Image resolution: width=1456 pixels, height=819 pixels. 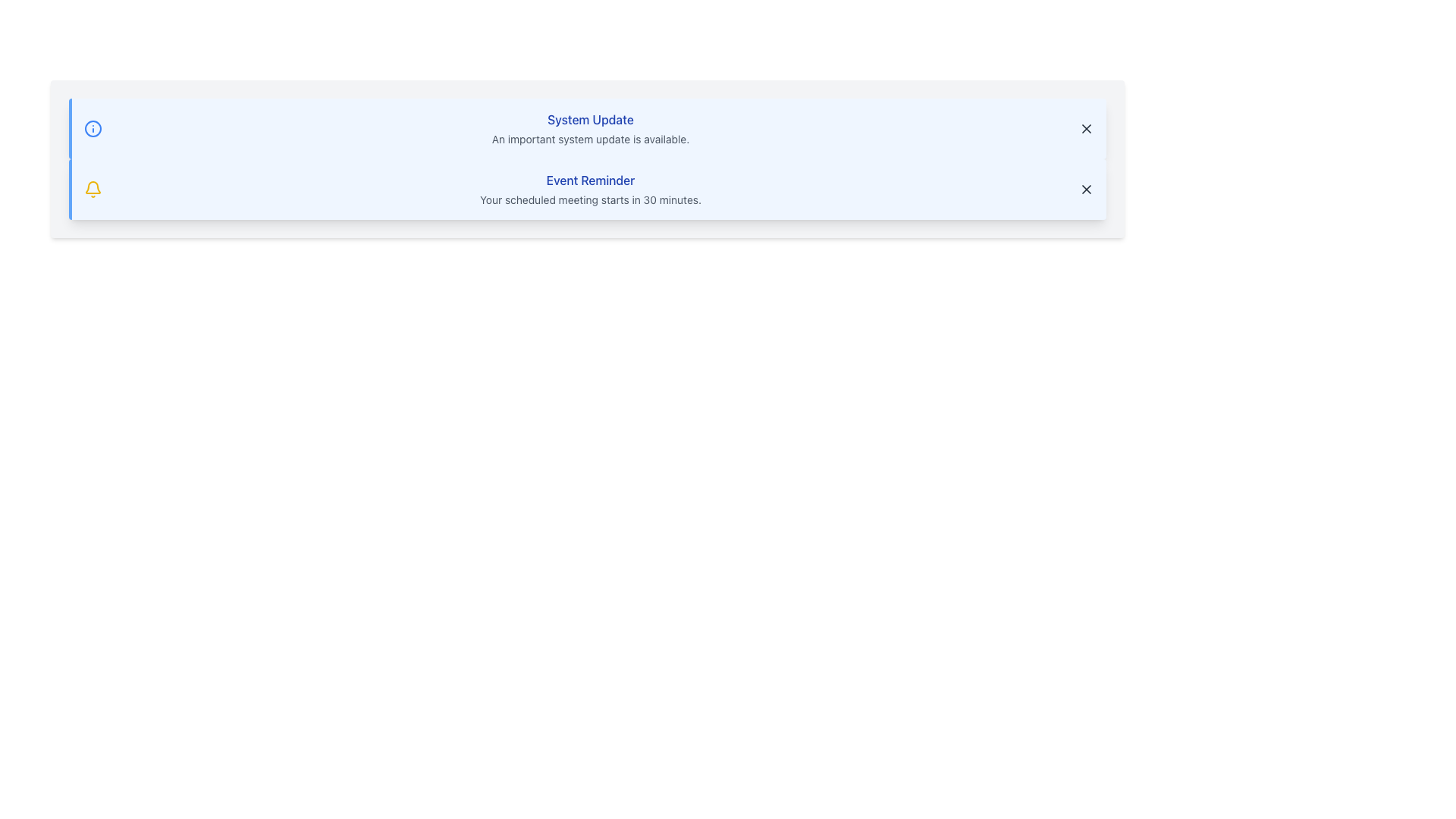 What do you see at coordinates (589, 119) in the screenshot?
I see `the 'System Update' text label, which is styled with a medium font weight and blue color, located at the upper part of a notification card` at bounding box center [589, 119].